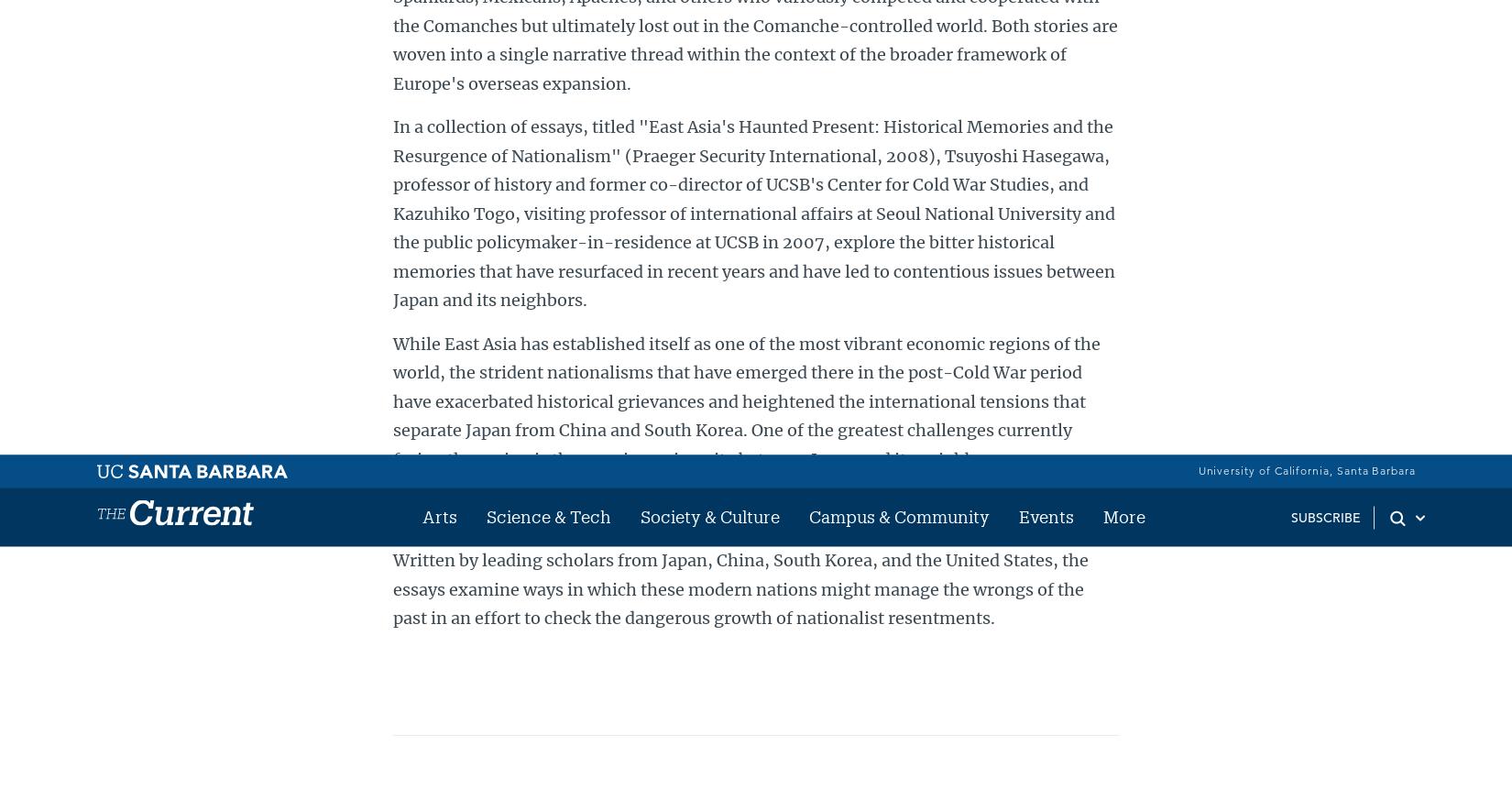  What do you see at coordinates (1181, 189) in the screenshot?
I see `'RSS'` at bounding box center [1181, 189].